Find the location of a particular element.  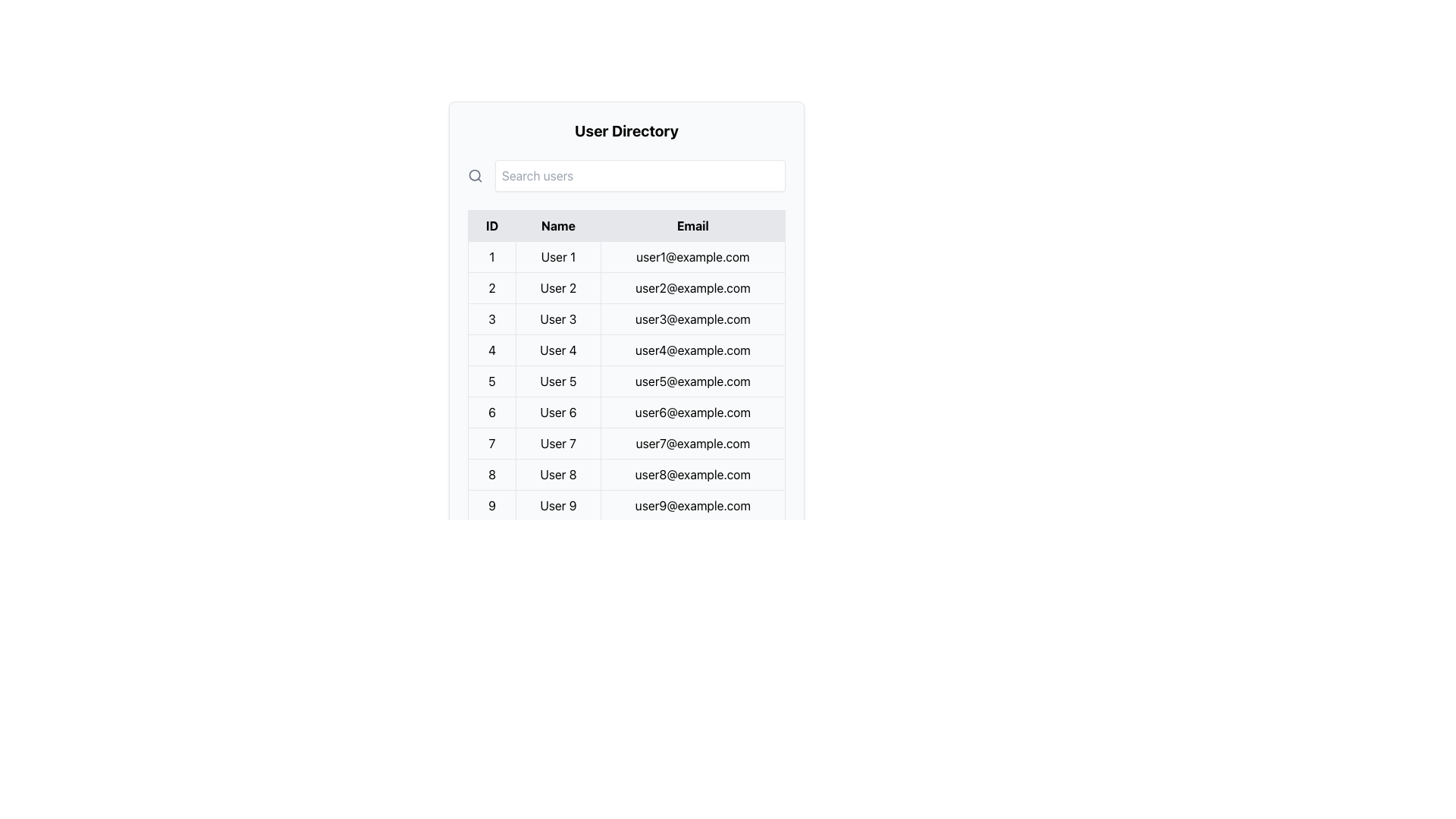

the Text display cell displaying the ID number '7' in the first column of the user directory table, located in the seventh row is located at coordinates (491, 444).